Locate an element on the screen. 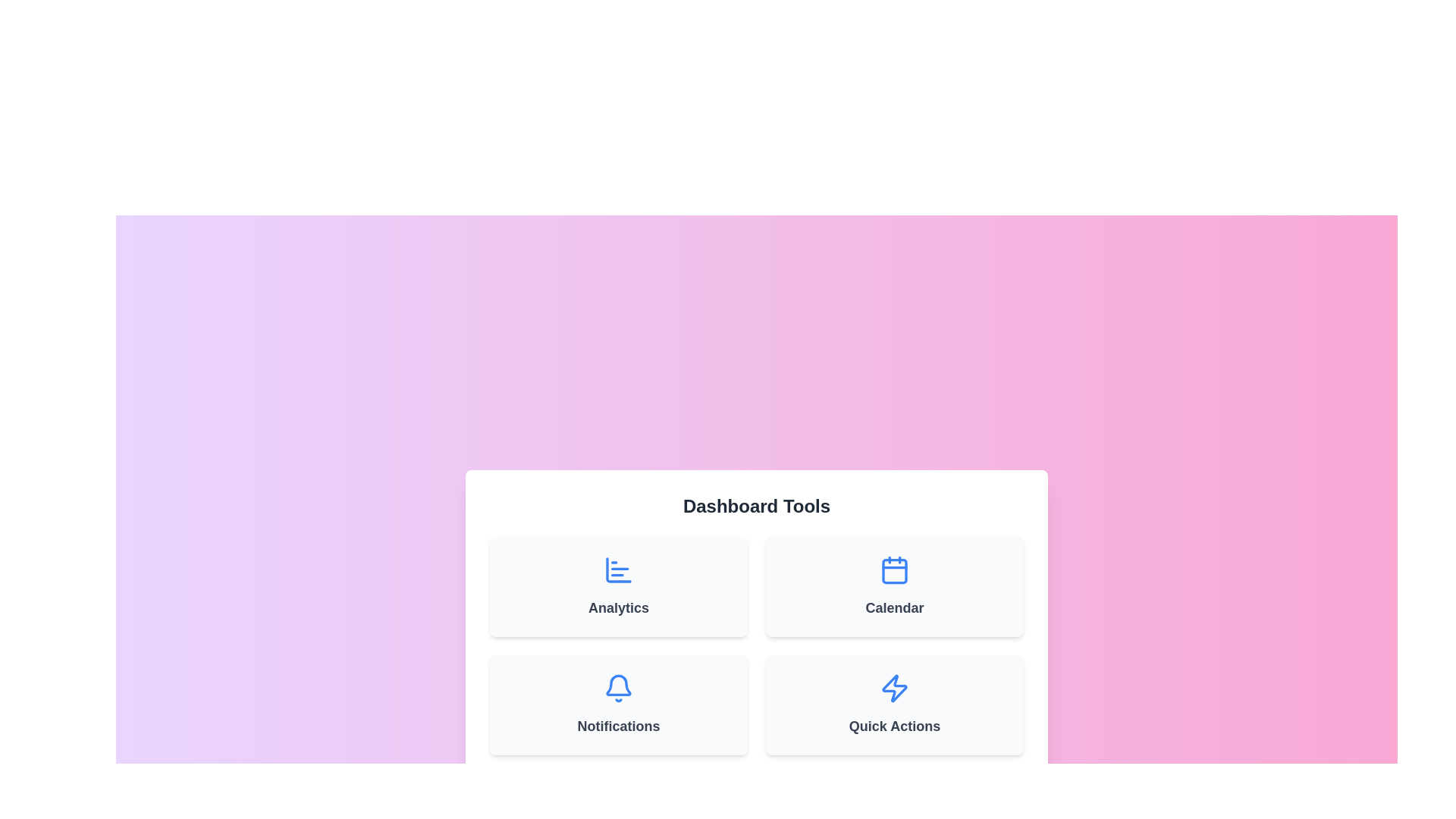 Image resolution: width=1456 pixels, height=819 pixels. the blue bar-chart icon located at the top center of the 'Analytics' card, directly above the text 'Analytics' is located at coordinates (619, 570).